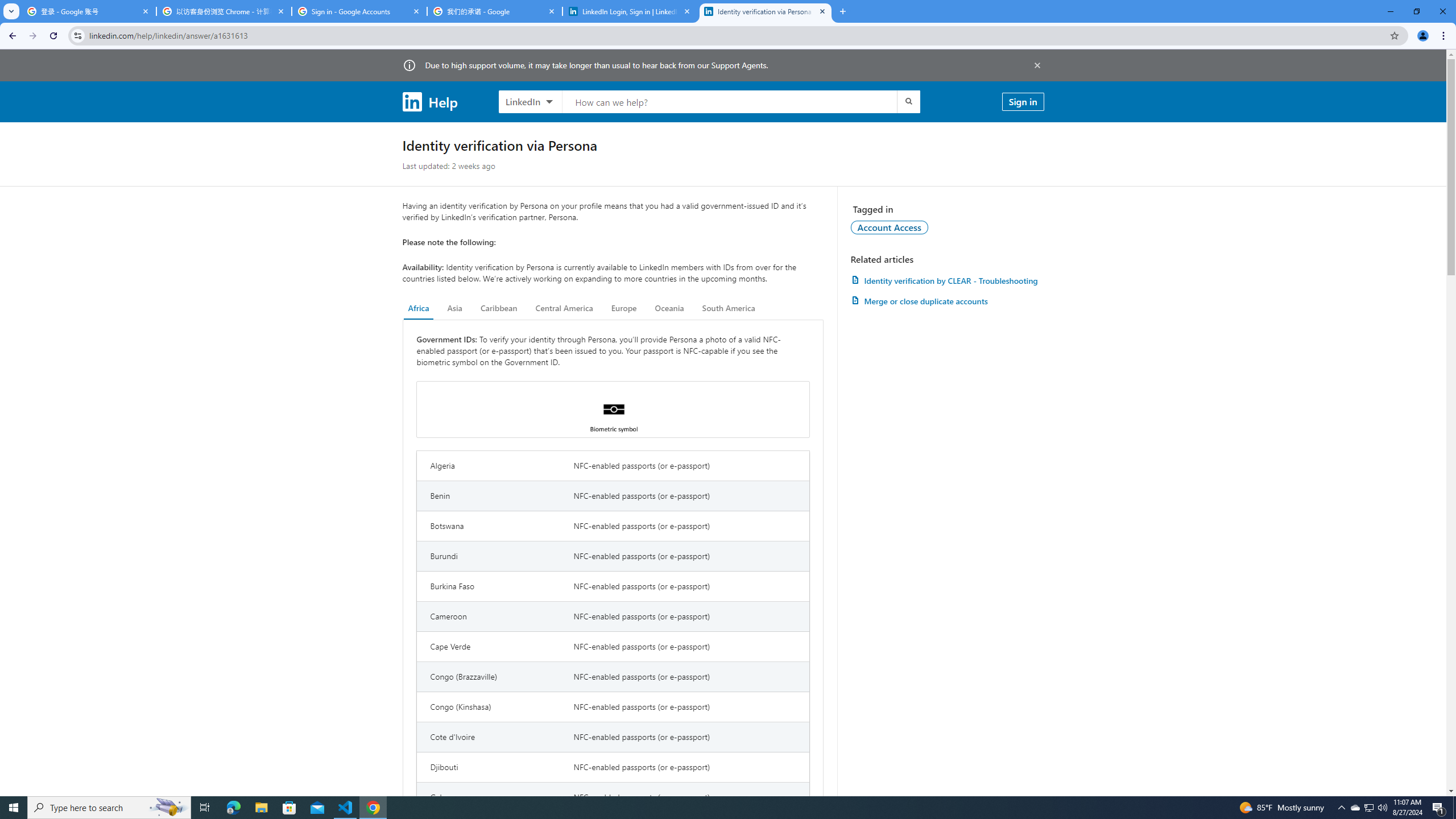 The image size is (1456, 819). I want to click on 'Account Access', so click(890, 226).